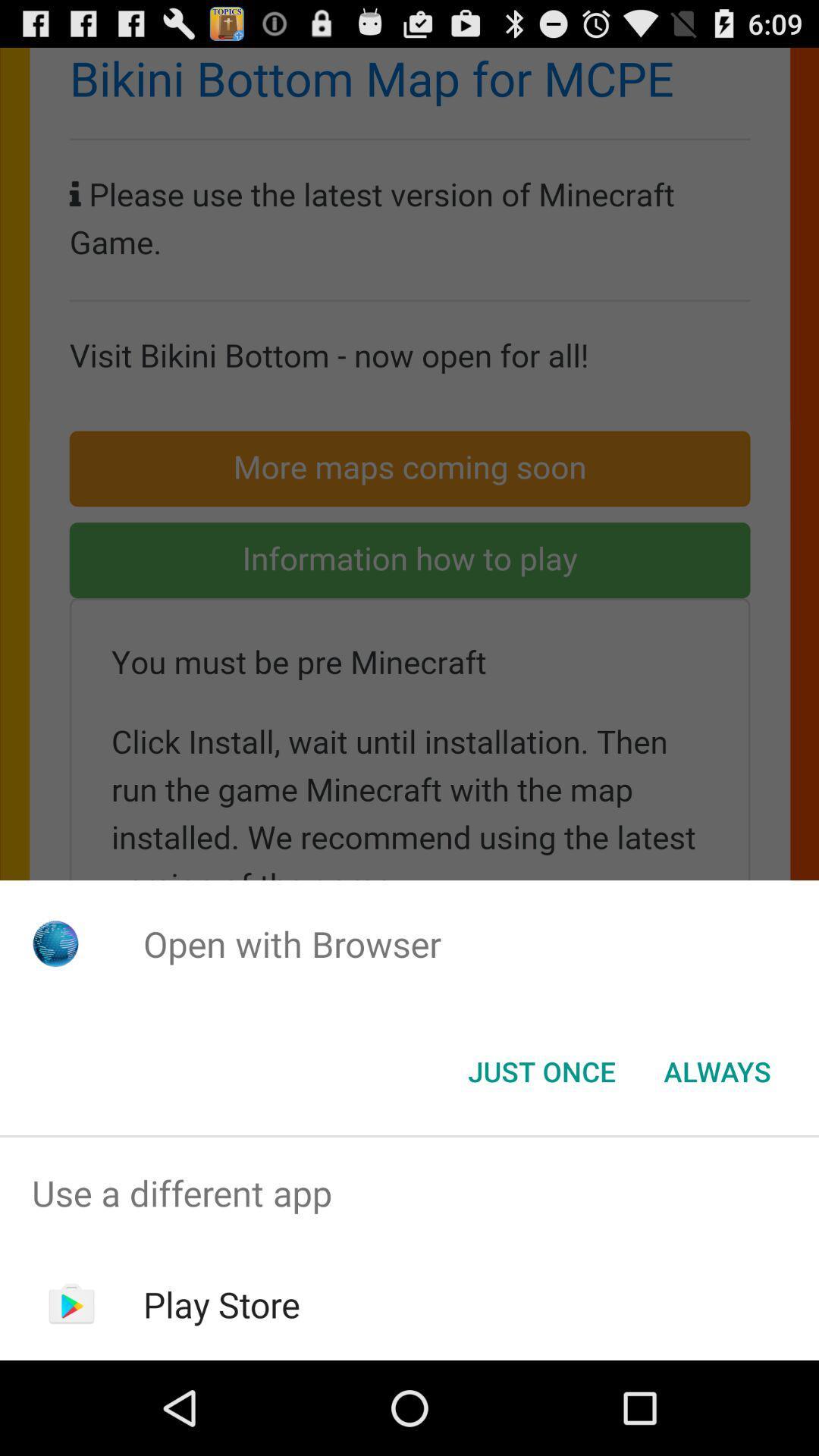 Image resolution: width=819 pixels, height=1456 pixels. I want to click on the app below the use a different, so click(221, 1304).